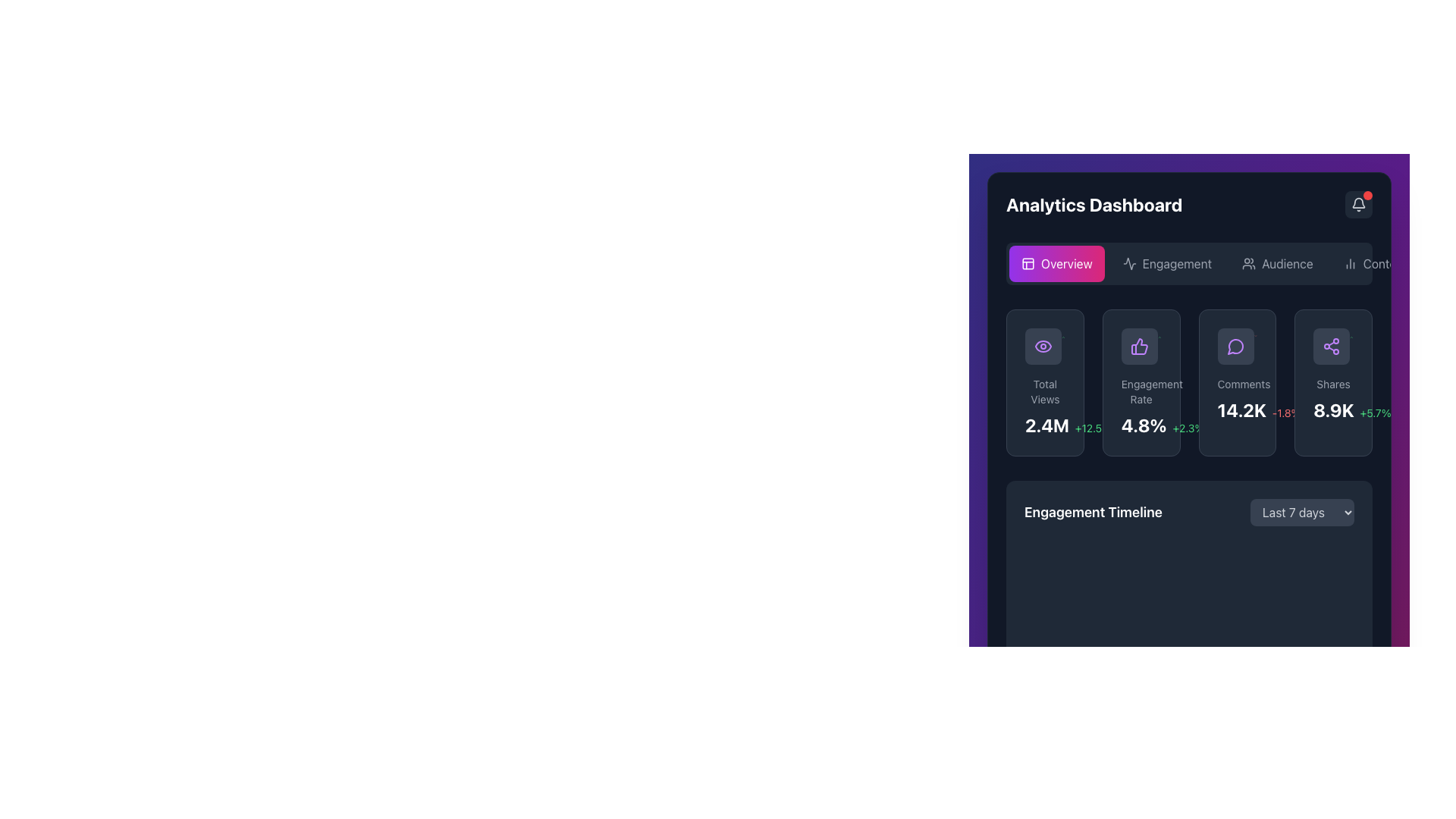  I want to click on the notification icon located in the top-right corner of the header section to trigger the tooltip, if available, so click(1358, 205).